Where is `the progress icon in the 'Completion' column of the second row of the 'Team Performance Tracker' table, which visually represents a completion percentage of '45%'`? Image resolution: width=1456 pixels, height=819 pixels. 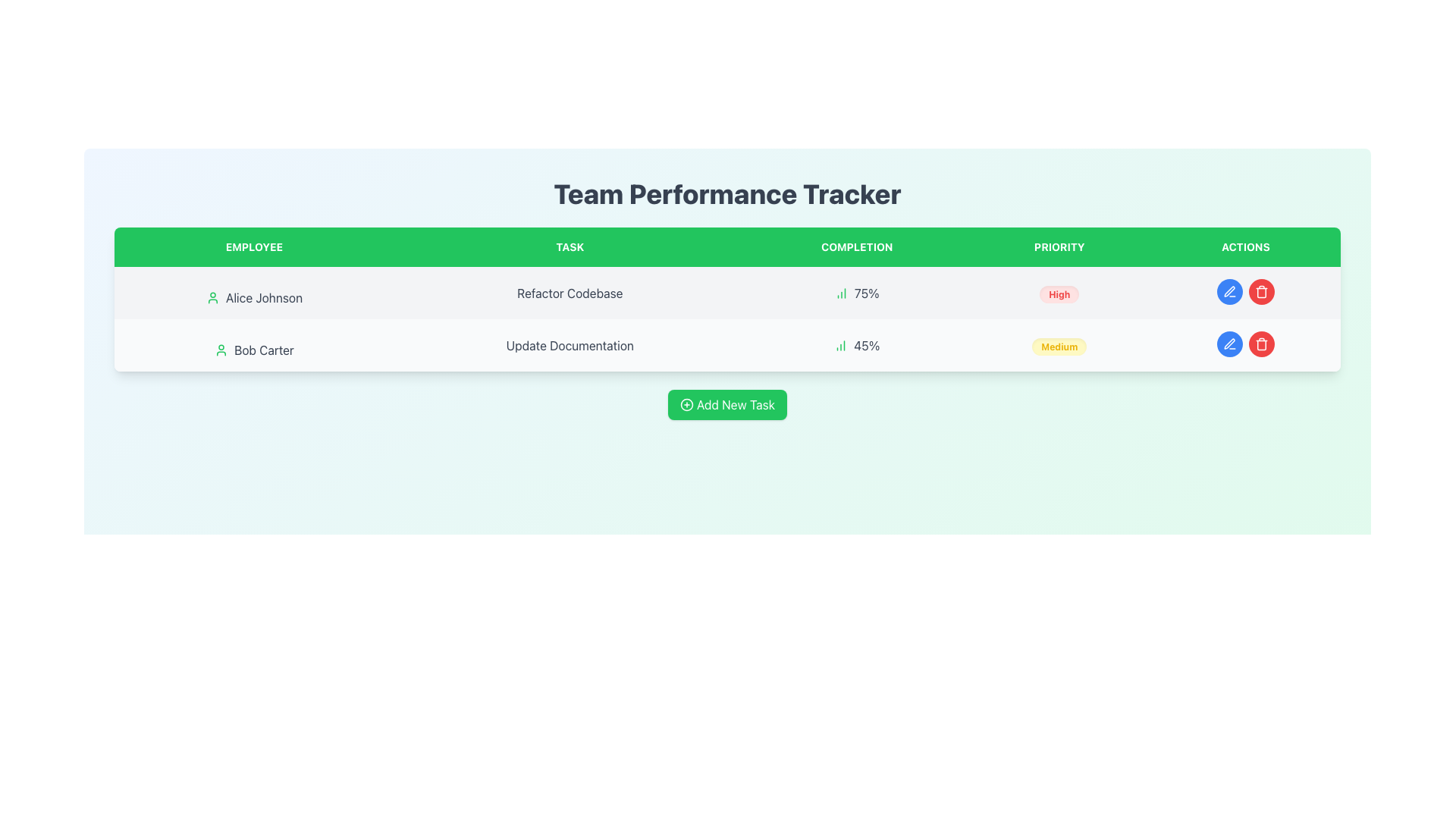 the progress icon in the 'Completion' column of the second row of the 'Team Performance Tracker' table, which visually represents a completion percentage of '45%' is located at coordinates (840, 345).